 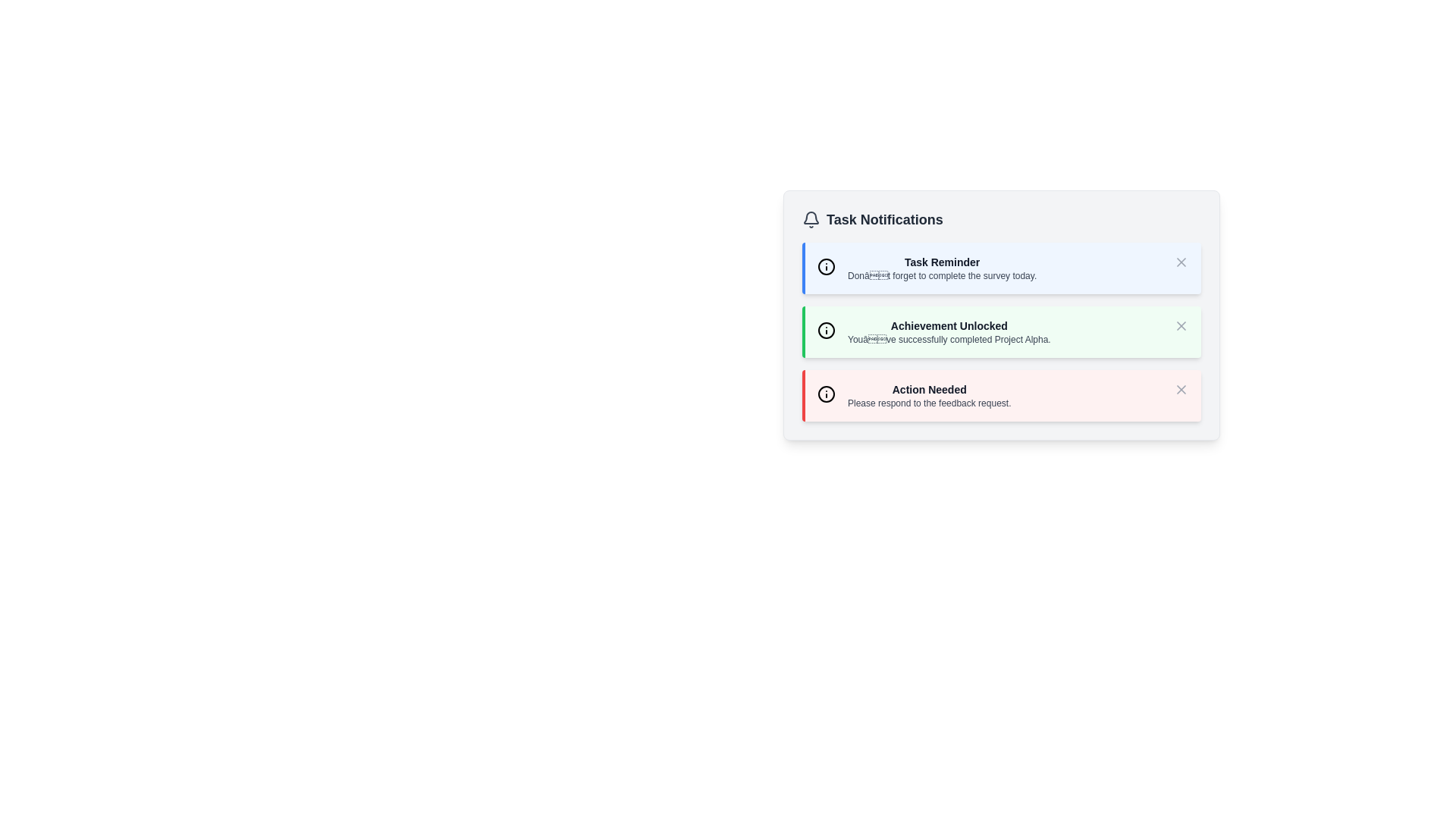 What do you see at coordinates (884, 219) in the screenshot?
I see `text 'Task Notifications' from the bold text block positioned beside the bell icon` at bounding box center [884, 219].